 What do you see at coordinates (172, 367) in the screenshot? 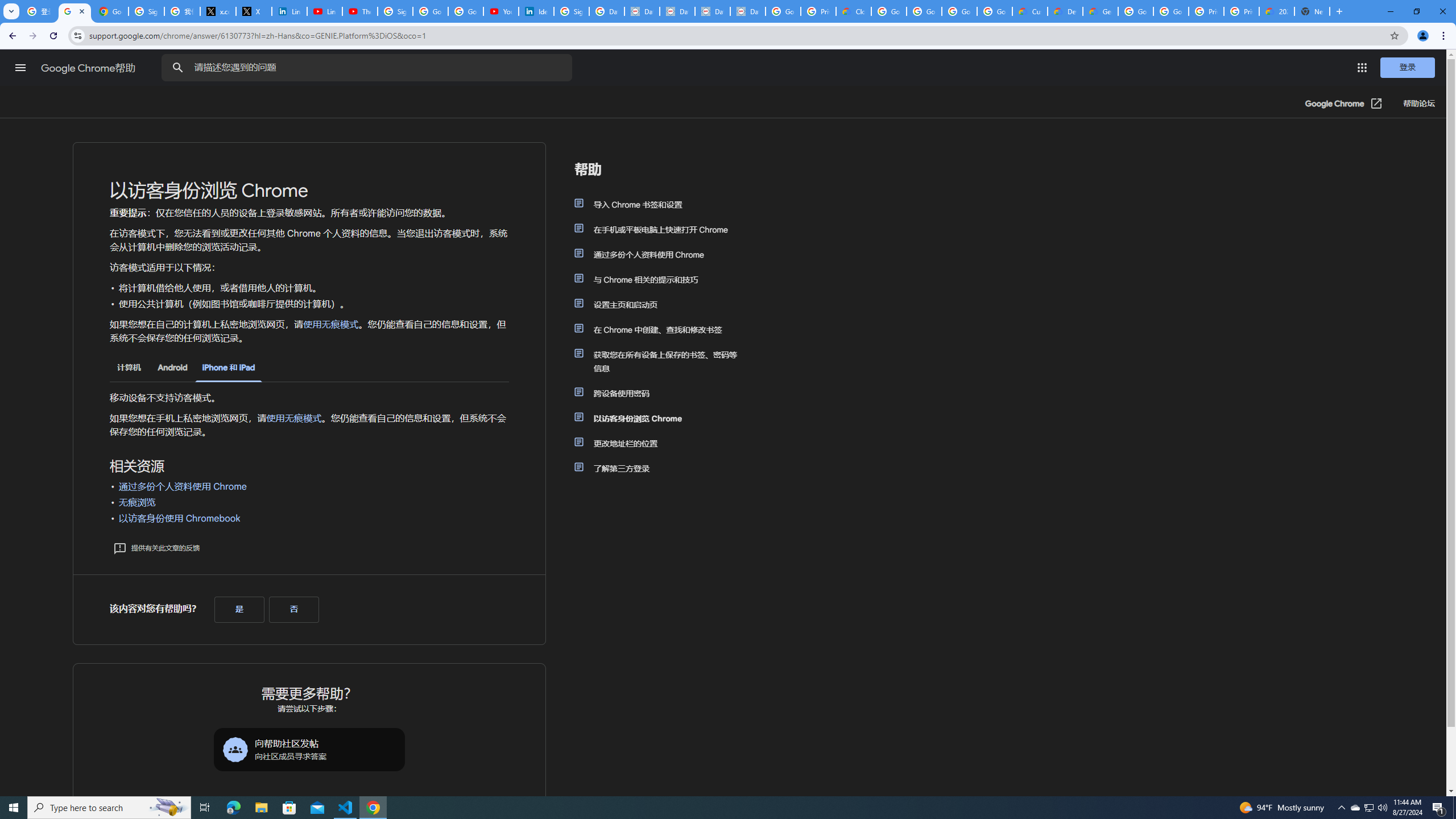
I see `'Android'` at bounding box center [172, 367].